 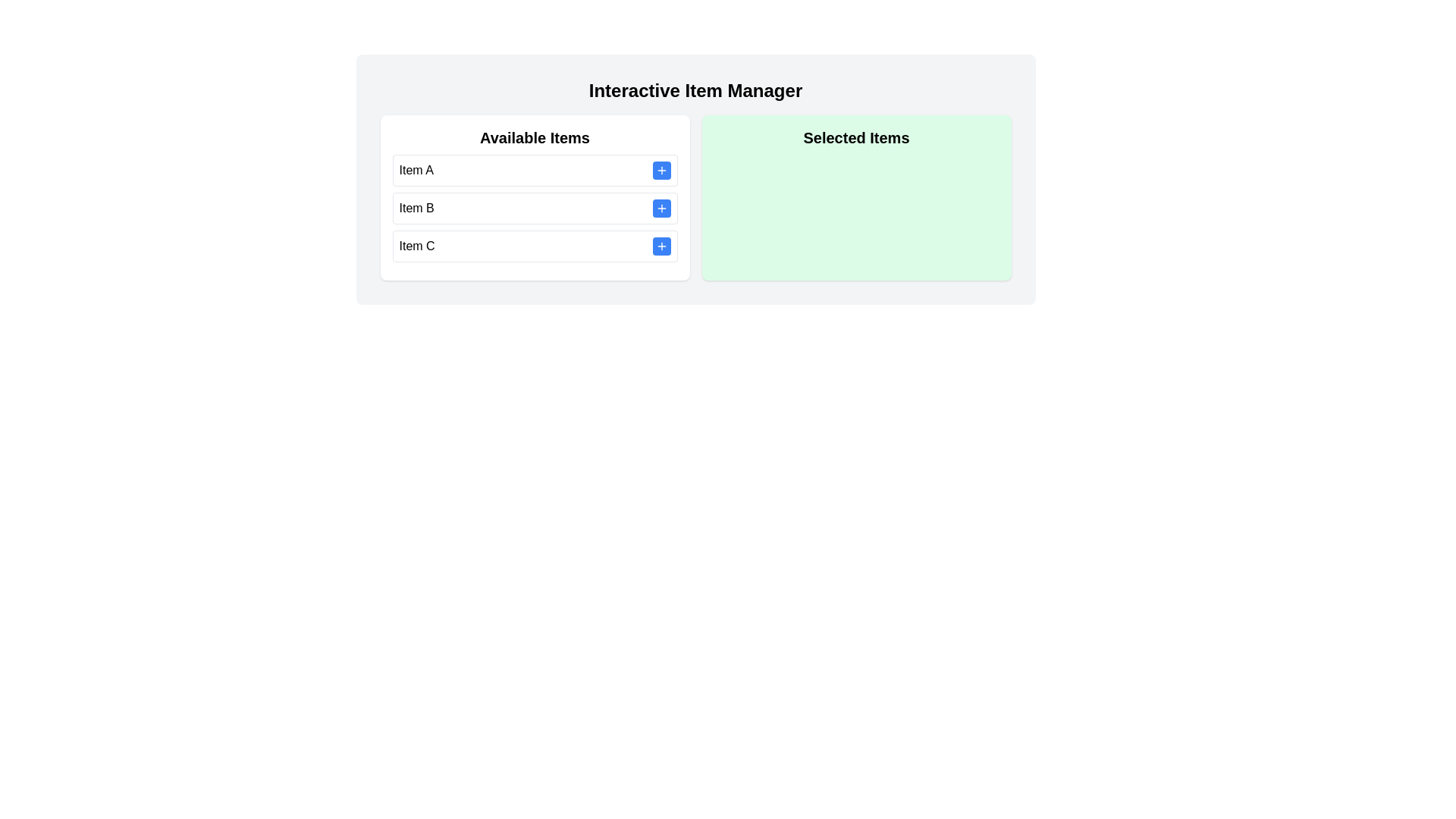 What do you see at coordinates (856, 137) in the screenshot?
I see `the heading displaying 'Selected Items' which is styled with a bold font and located within a light green background box on the right side of the interface` at bounding box center [856, 137].